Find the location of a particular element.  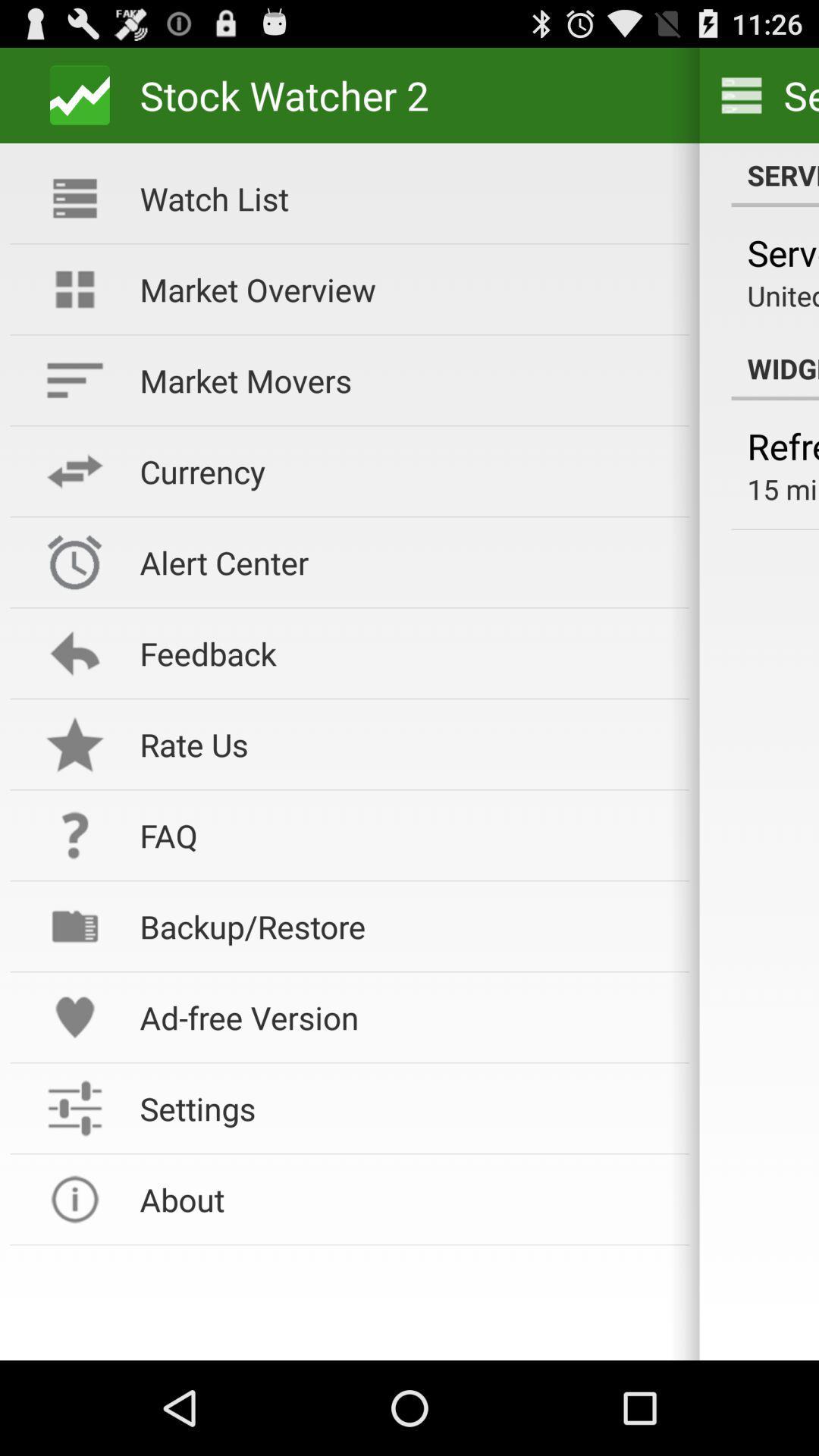

item next to market overview icon is located at coordinates (783, 295).